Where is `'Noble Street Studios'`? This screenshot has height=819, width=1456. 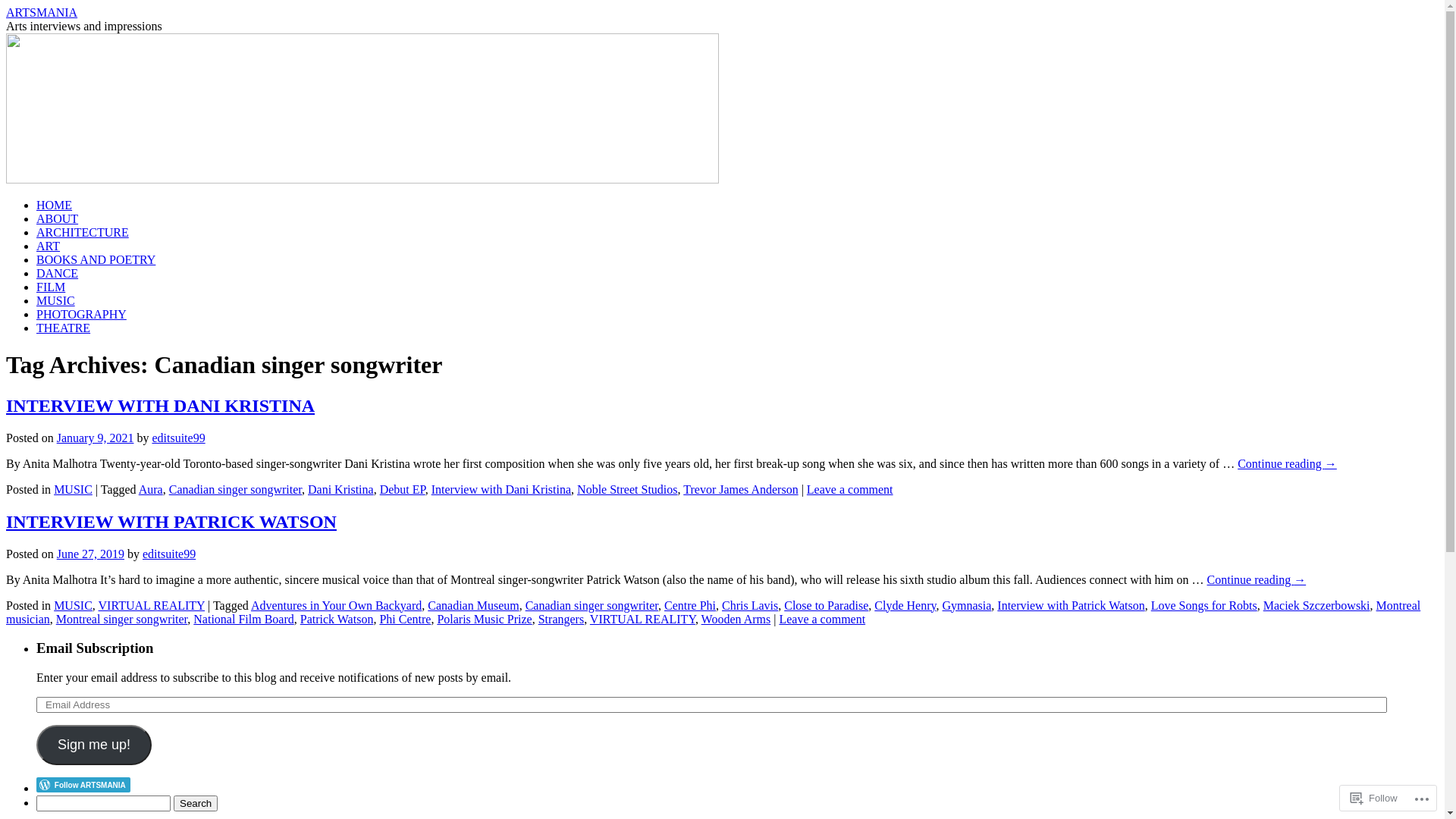 'Noble Street Studios' is located at coordinates (626, 489).